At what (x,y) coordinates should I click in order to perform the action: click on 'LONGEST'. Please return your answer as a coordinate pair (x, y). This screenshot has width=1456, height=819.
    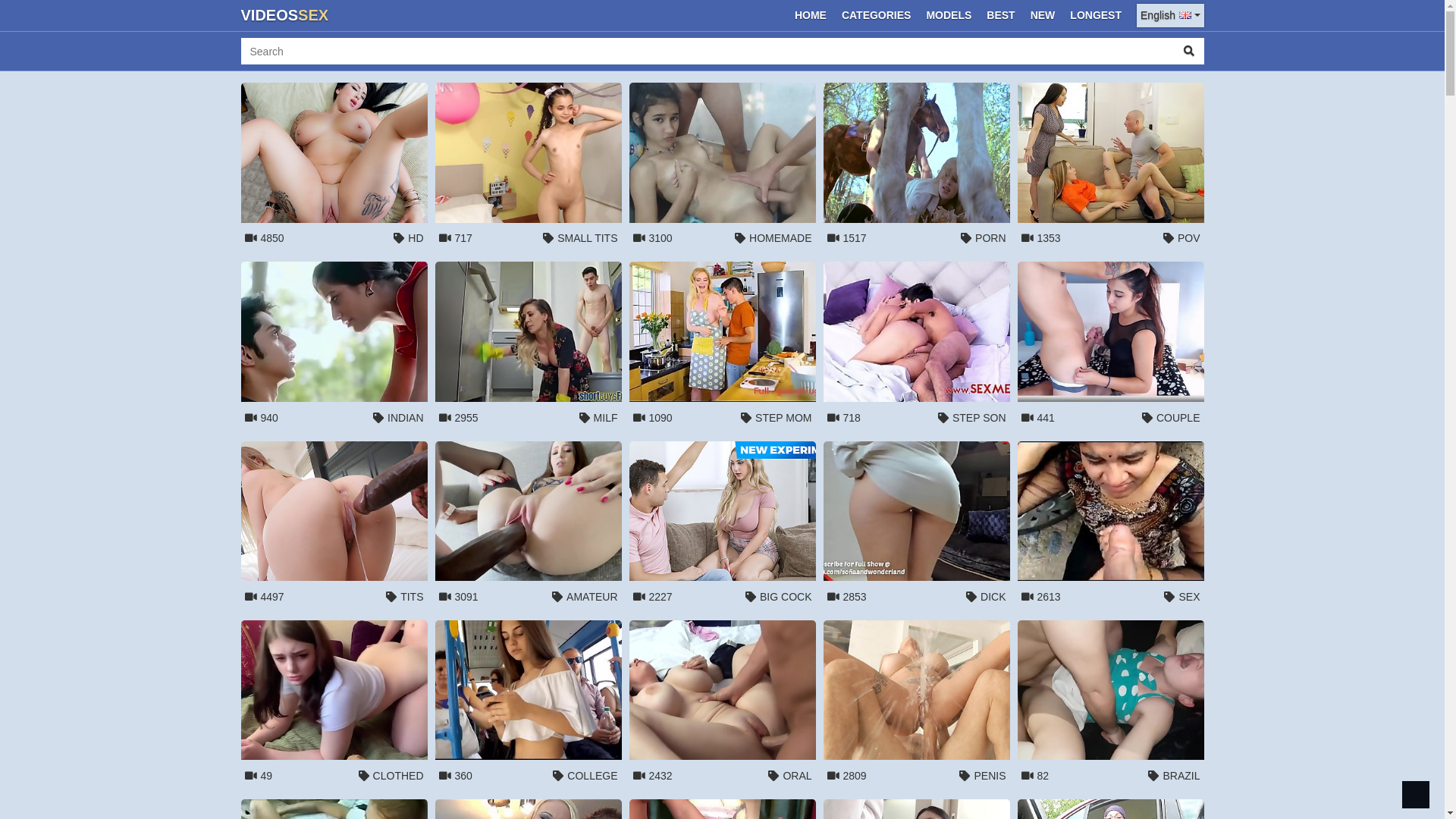
    Looking at the image, I should click on (1062, 15).